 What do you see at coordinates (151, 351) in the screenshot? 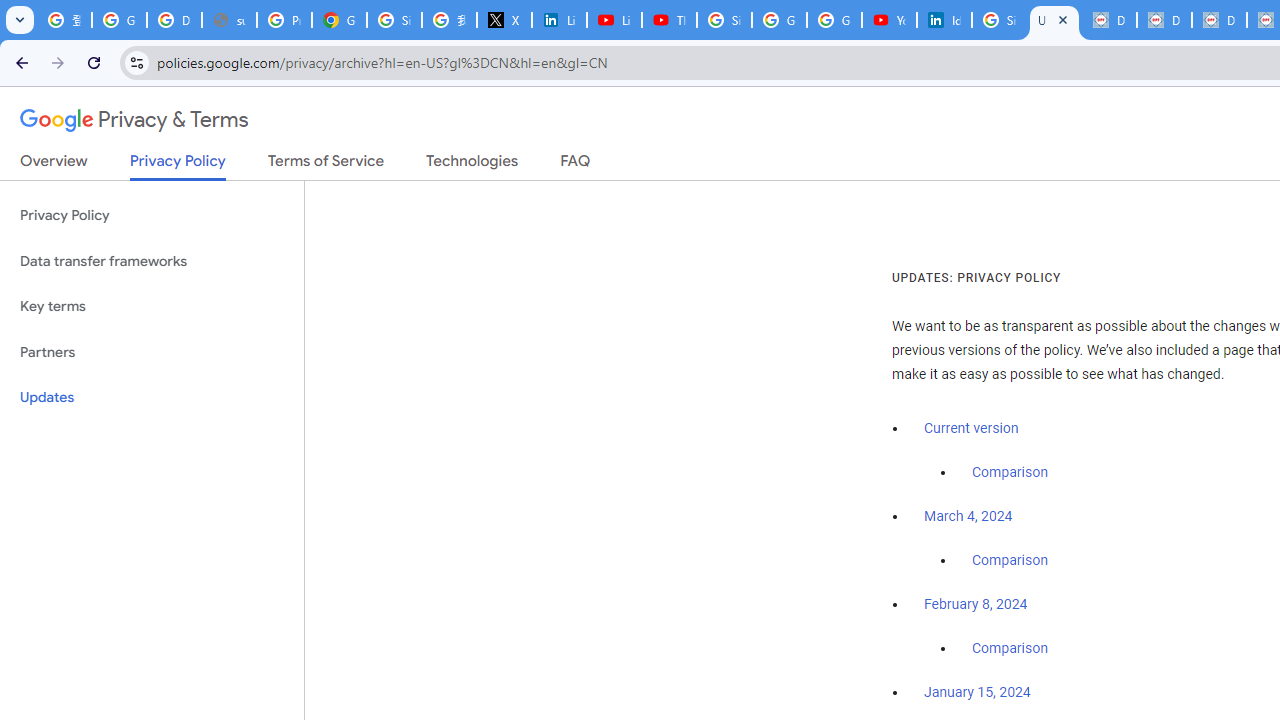
I see `'Partners'` at bounding box center [151, 351].